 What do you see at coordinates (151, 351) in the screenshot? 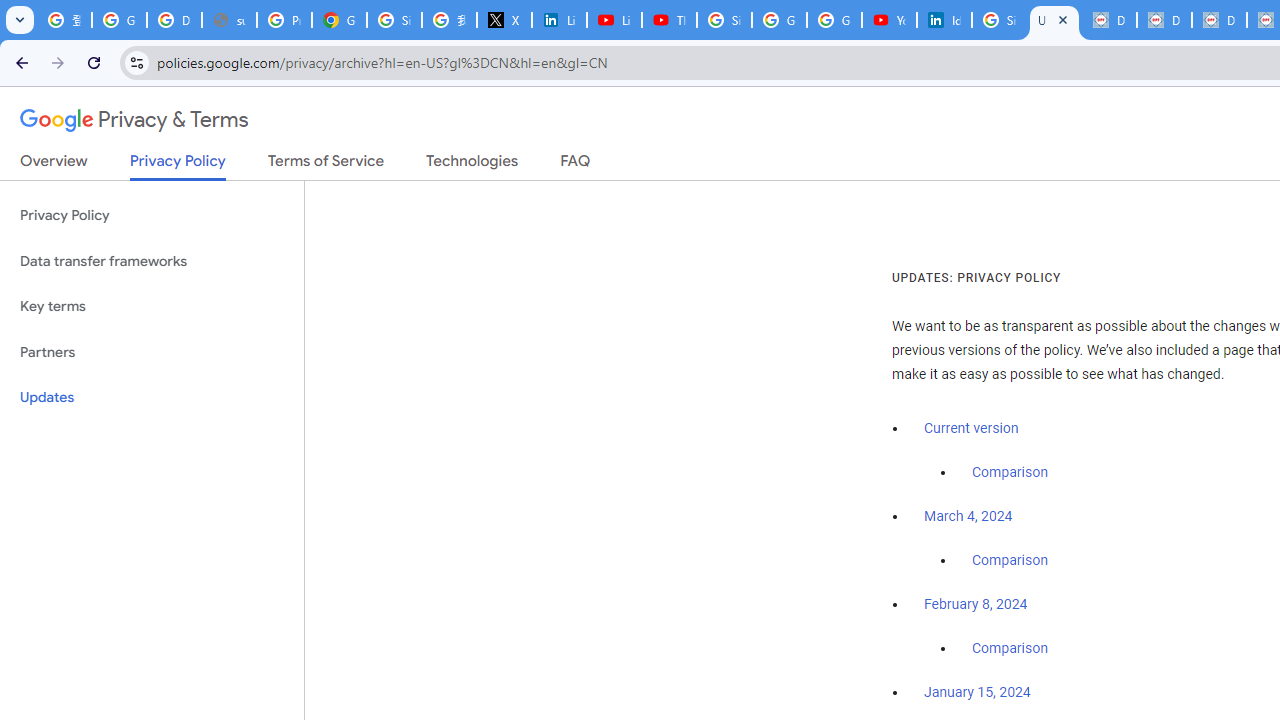
I see `'Partners'` at bounding box center [151, 351].